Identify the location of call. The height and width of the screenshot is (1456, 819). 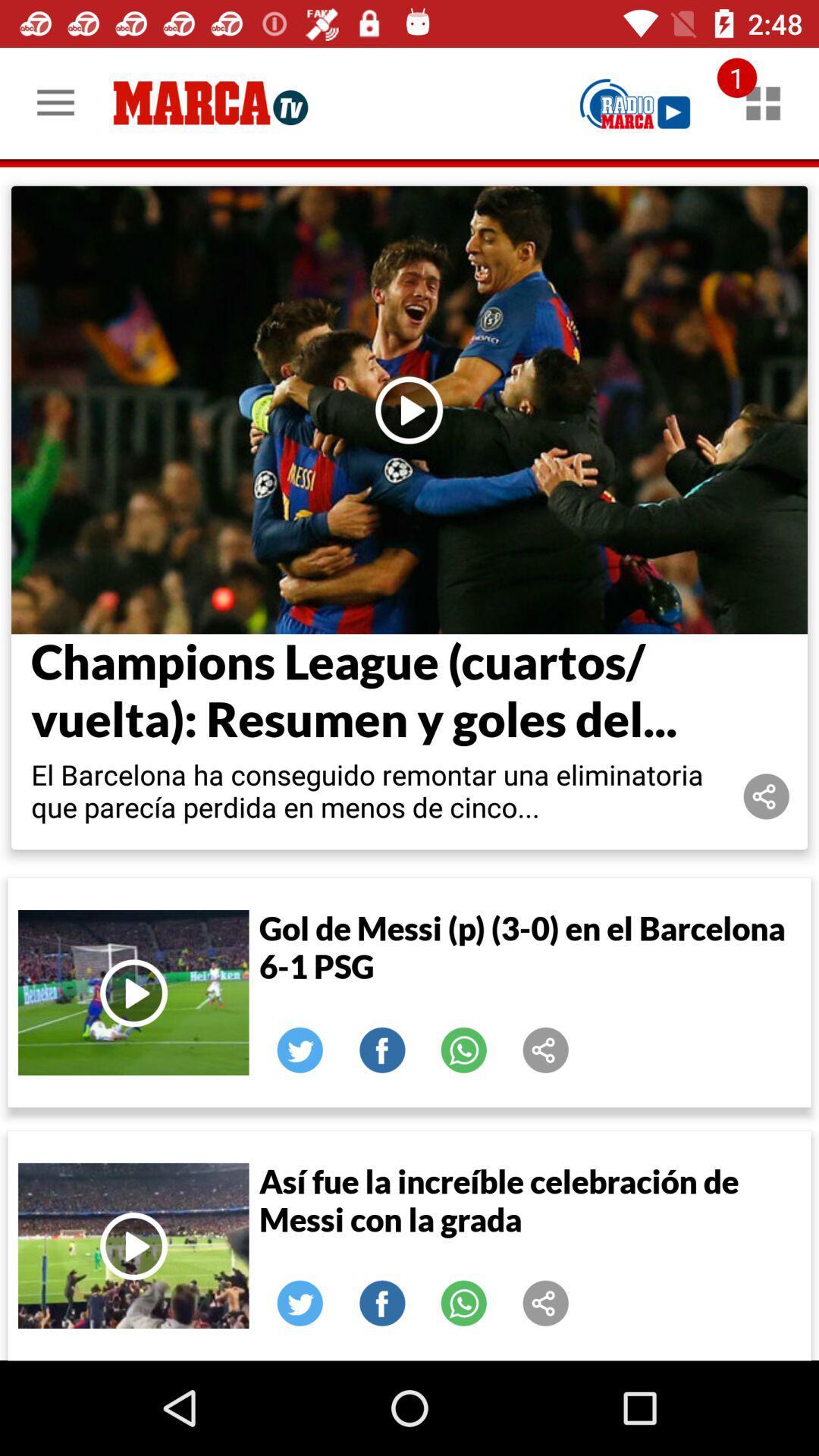
(463, 1050).